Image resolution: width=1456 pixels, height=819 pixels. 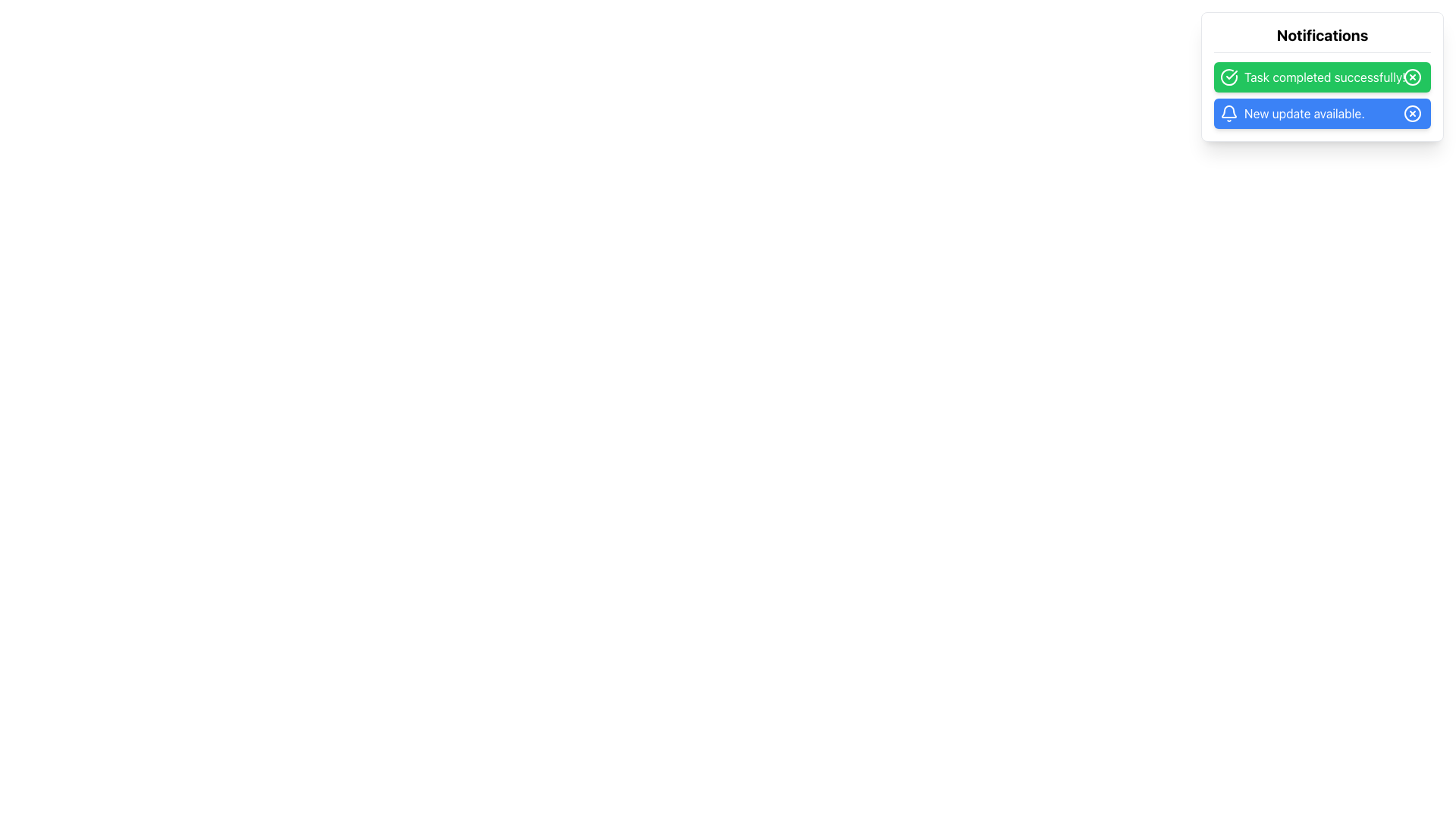 I want to click on the dismiss button located at the top-right corner of the blue notification card that displays 'New update available.', so click(x=1411, y=113).